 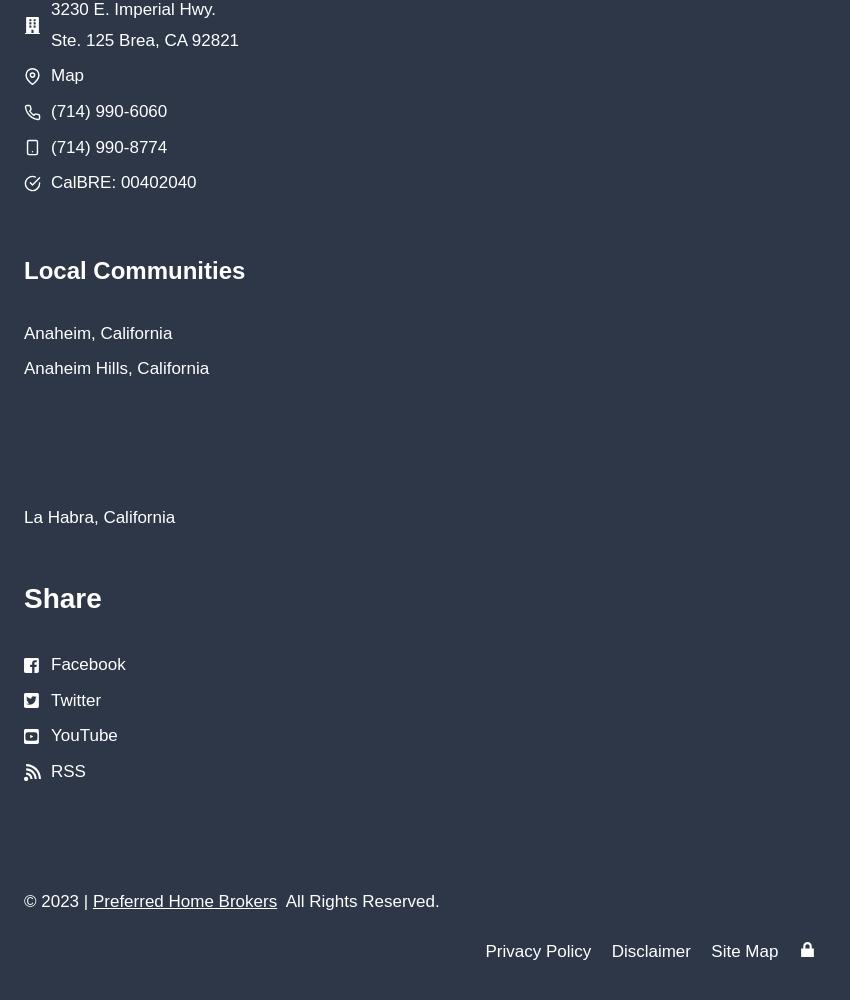 I want to click on 'Twitter', so click(x=75, y=698).